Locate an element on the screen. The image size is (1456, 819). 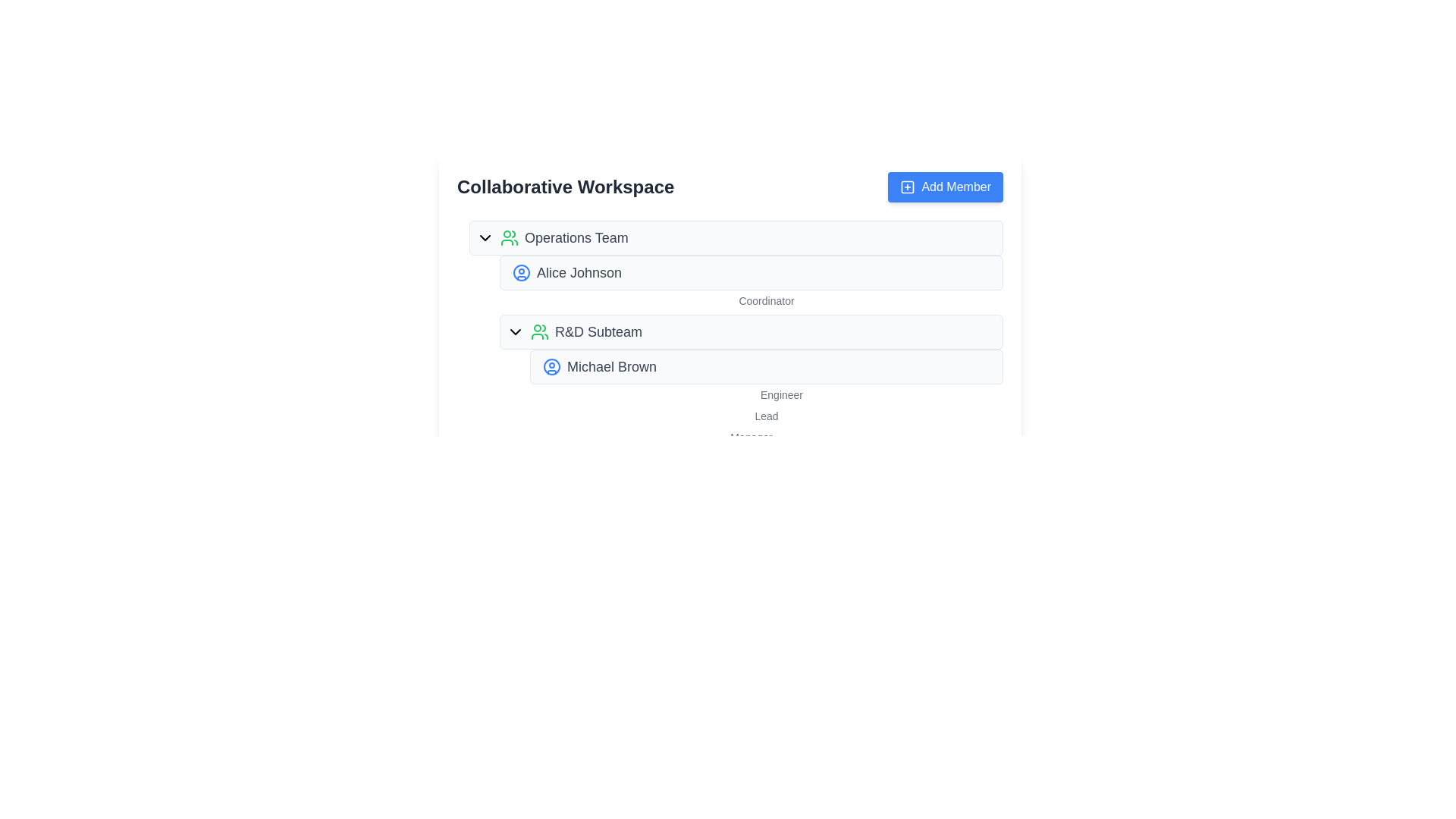
the icon element representing a group of people, which is styled with a green outline and is located to the immediate left of the text 'R&D Subteam' is located at coordinates (539, 331).